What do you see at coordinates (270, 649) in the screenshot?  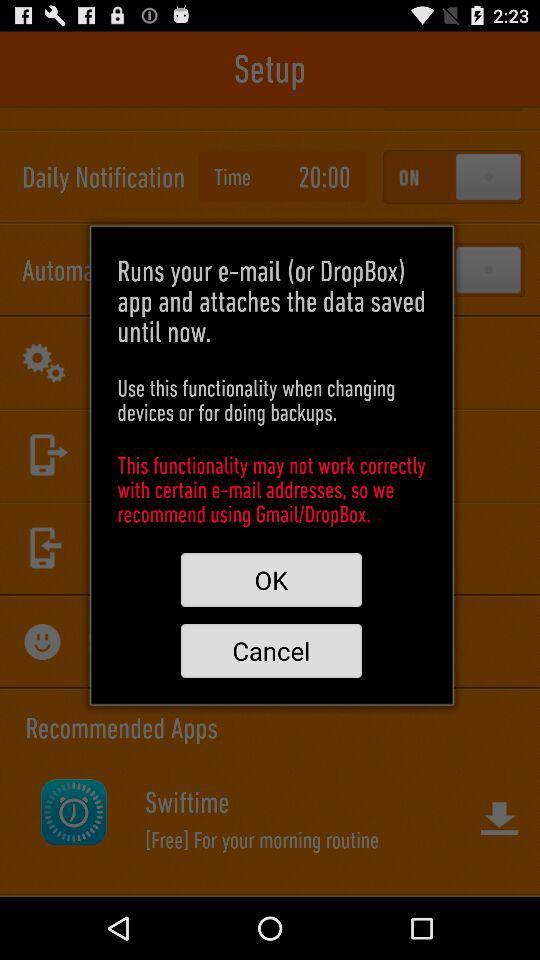 I see `cancel icon` at bounding box center [270, 649].